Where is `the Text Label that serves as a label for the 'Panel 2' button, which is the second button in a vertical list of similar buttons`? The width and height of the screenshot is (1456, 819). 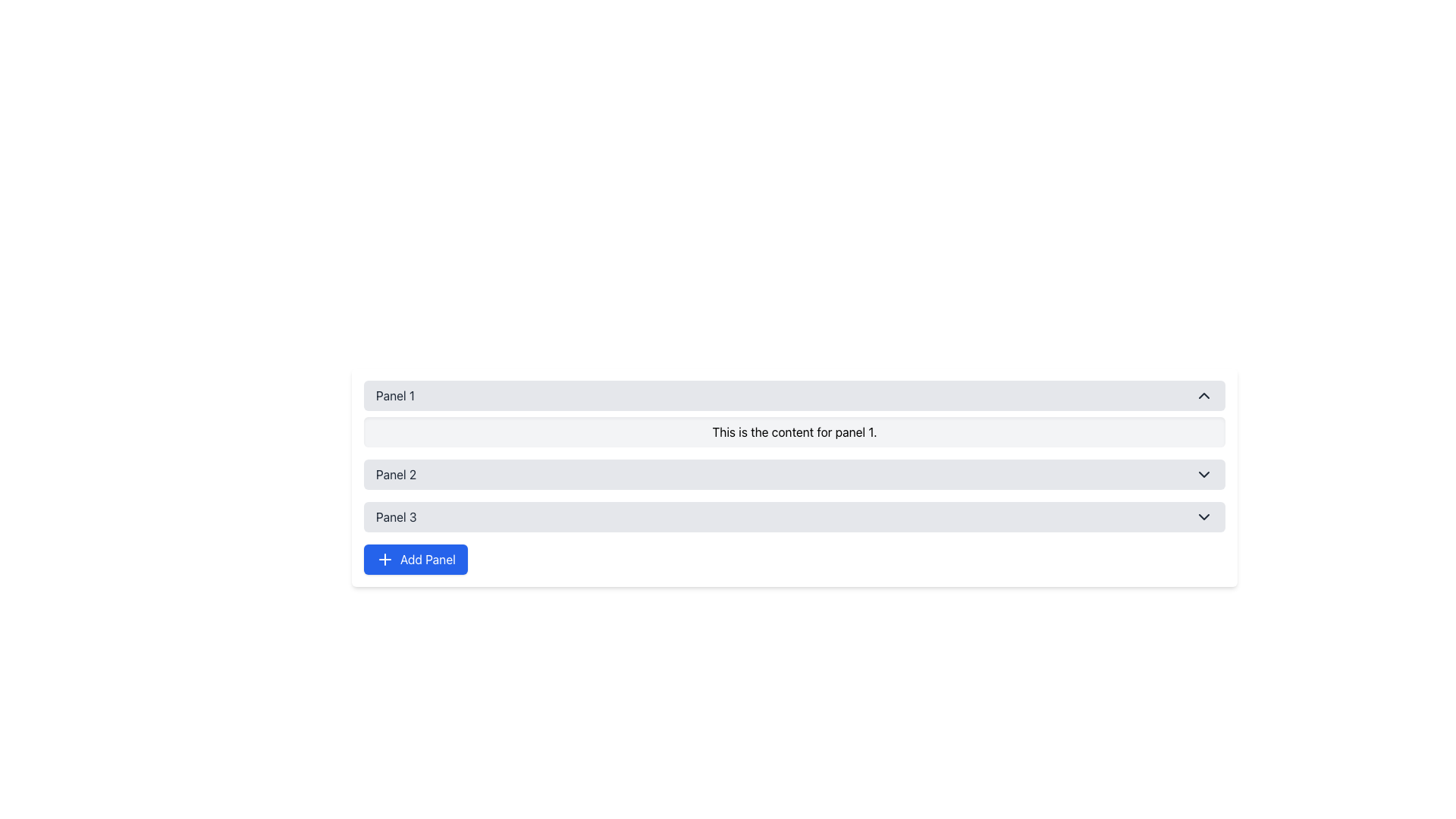 the Text Label that serves as a label for the 'Panel 2' button, which is the second button in a vertical list of similar buttons is located at coordinates (396, 473).